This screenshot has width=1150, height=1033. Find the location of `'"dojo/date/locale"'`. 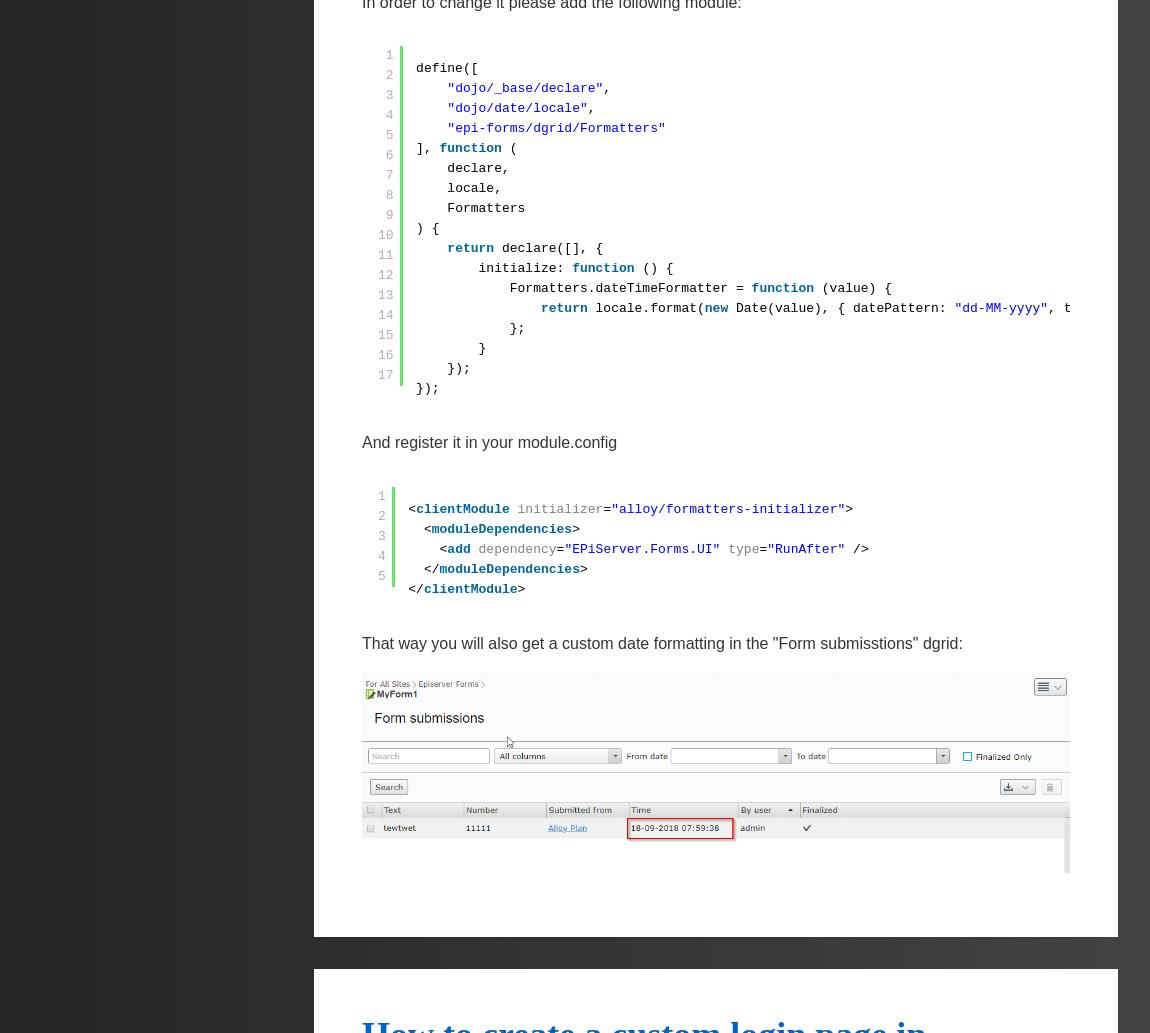

'"dojo/date/locale"' is located at coordinates (517, 108).